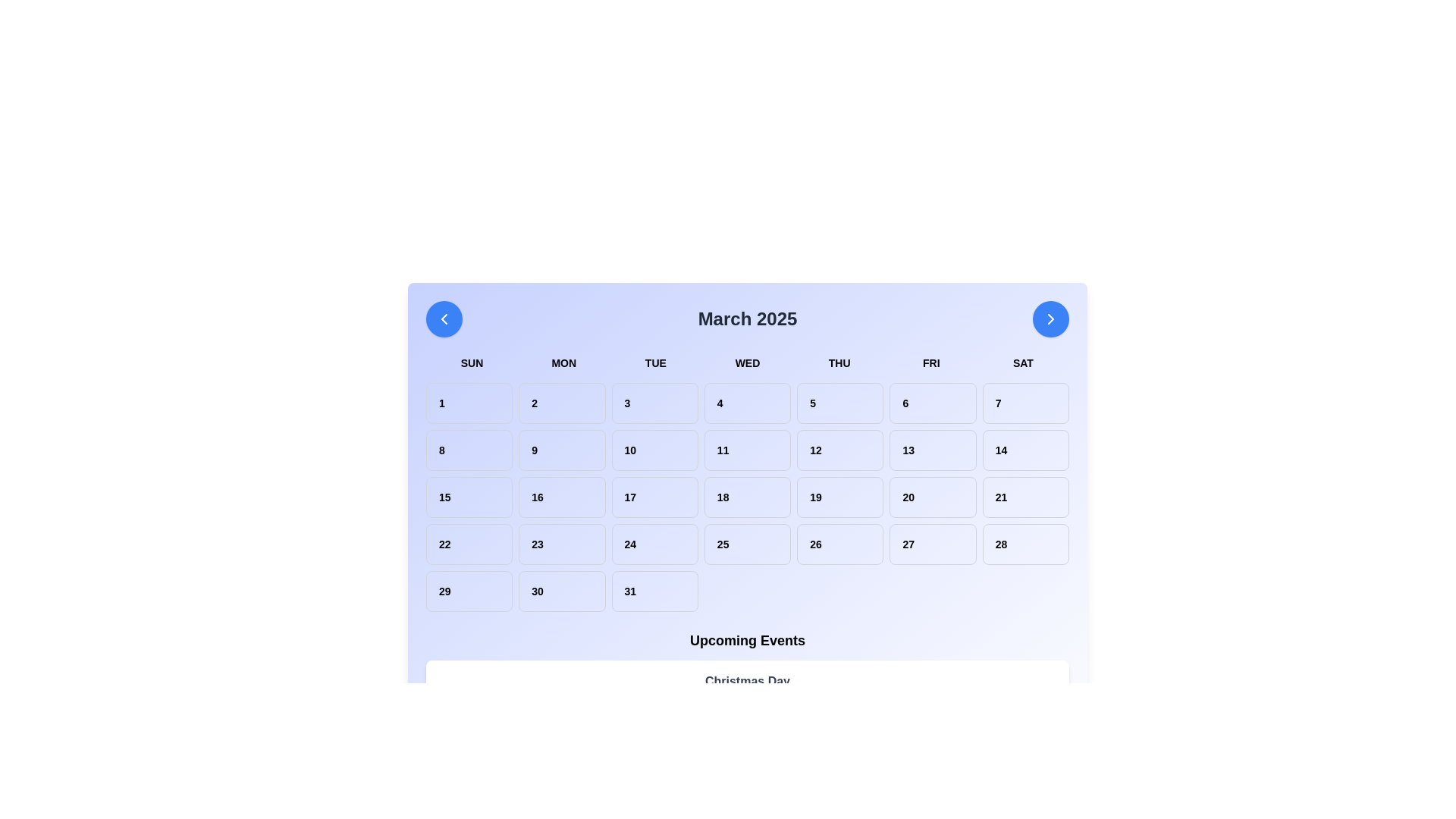  Describe the element at coordinates (747, 362) in the screenshot. I see `the row header element for the calendar, which indicates the names of the days of the week and is positioned below the calendar title` at that location.